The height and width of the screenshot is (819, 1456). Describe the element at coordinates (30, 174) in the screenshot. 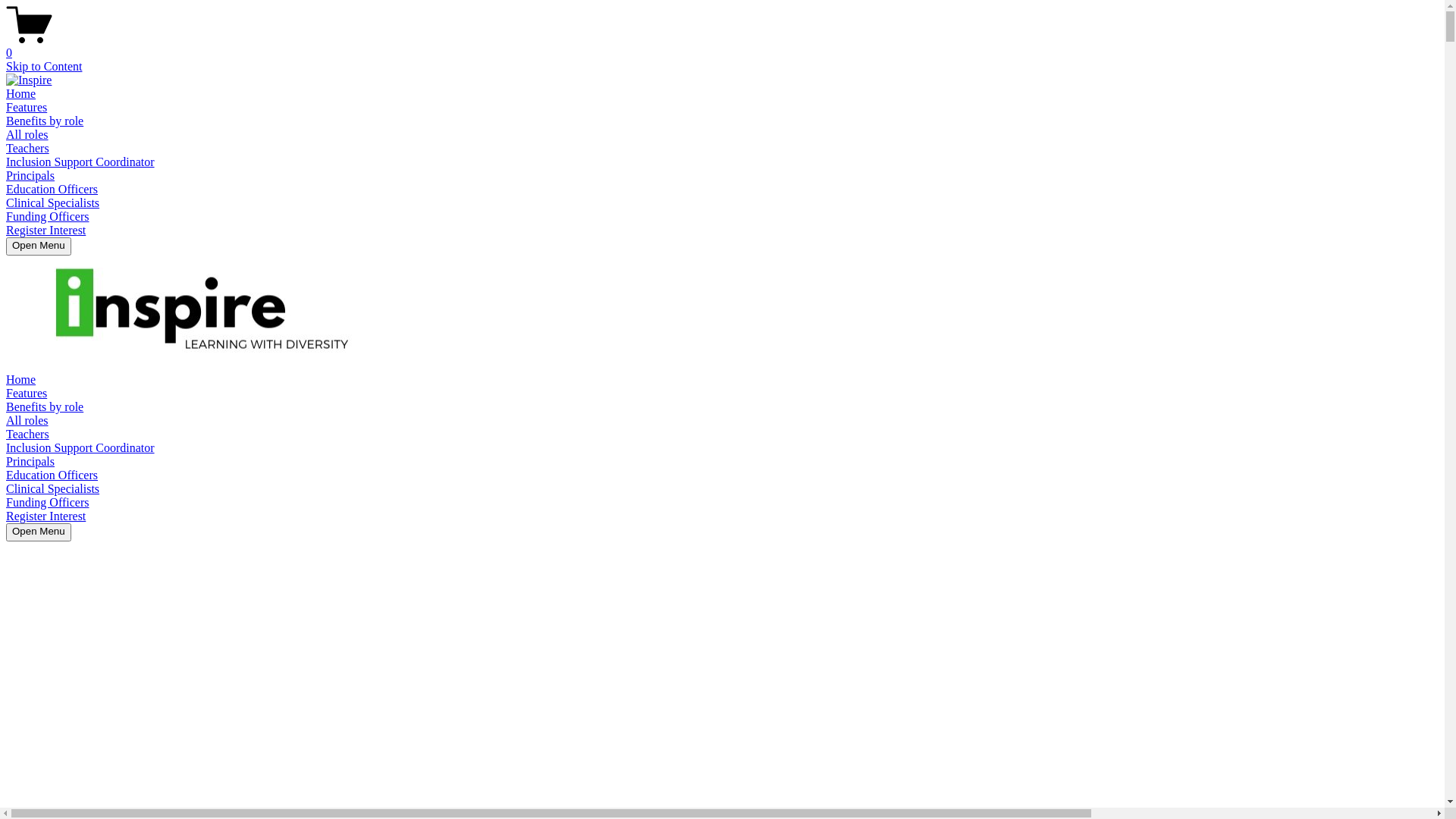

I see `'Principals'` at that location.